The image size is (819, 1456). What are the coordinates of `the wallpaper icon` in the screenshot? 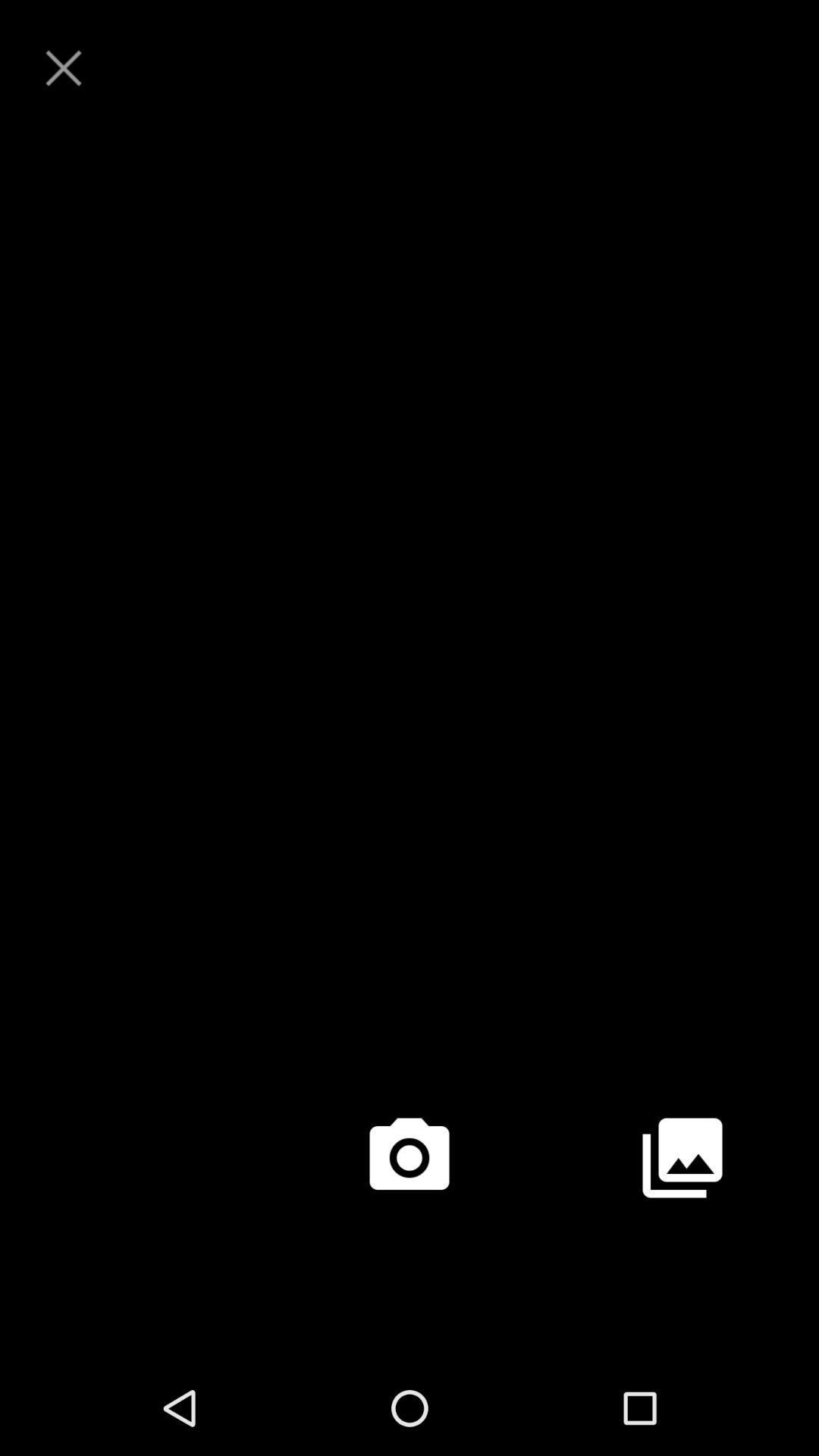 It's located at (681, 1239).